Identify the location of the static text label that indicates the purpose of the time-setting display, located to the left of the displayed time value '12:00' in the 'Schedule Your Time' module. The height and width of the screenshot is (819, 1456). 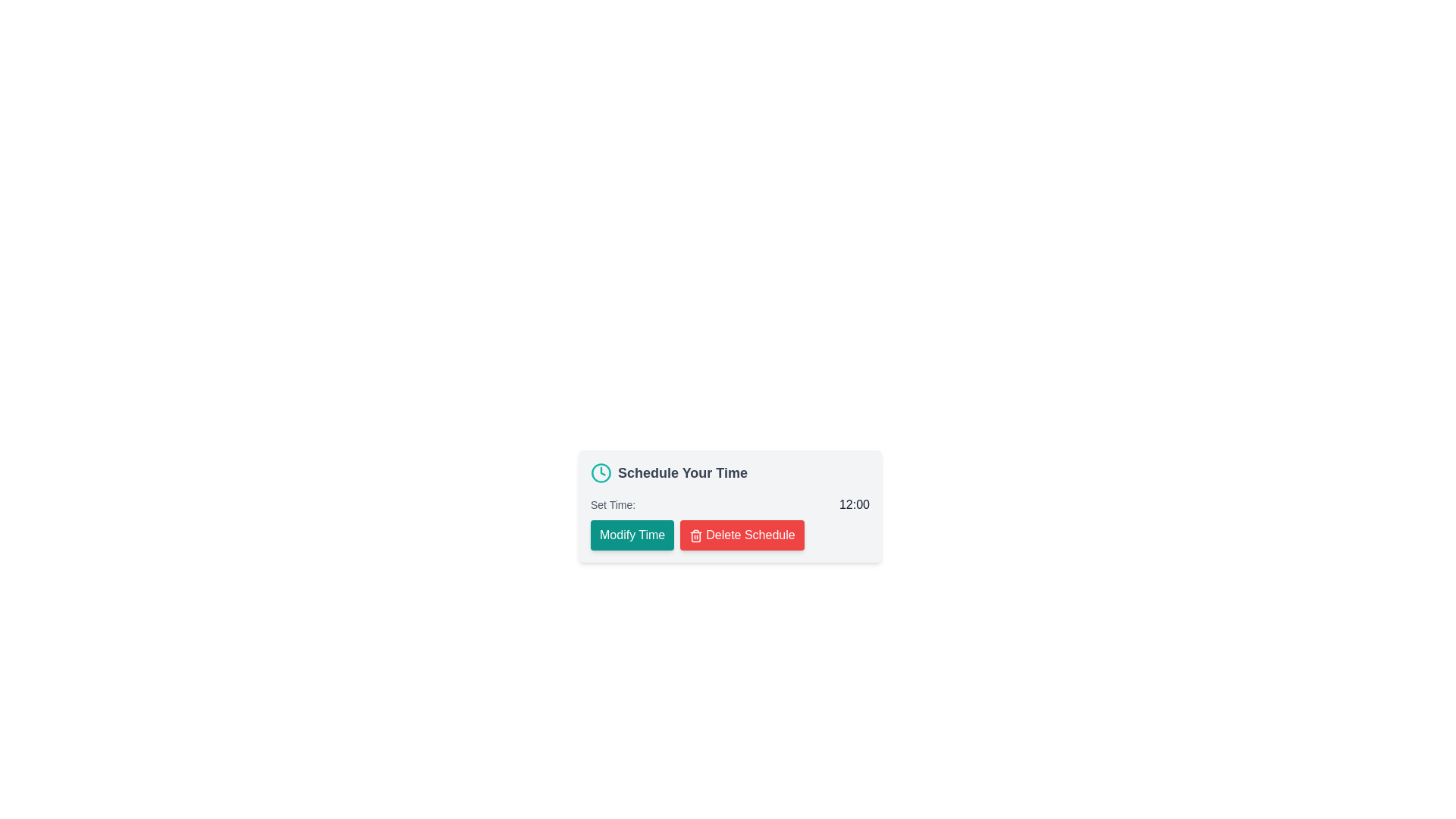
(613, 505).